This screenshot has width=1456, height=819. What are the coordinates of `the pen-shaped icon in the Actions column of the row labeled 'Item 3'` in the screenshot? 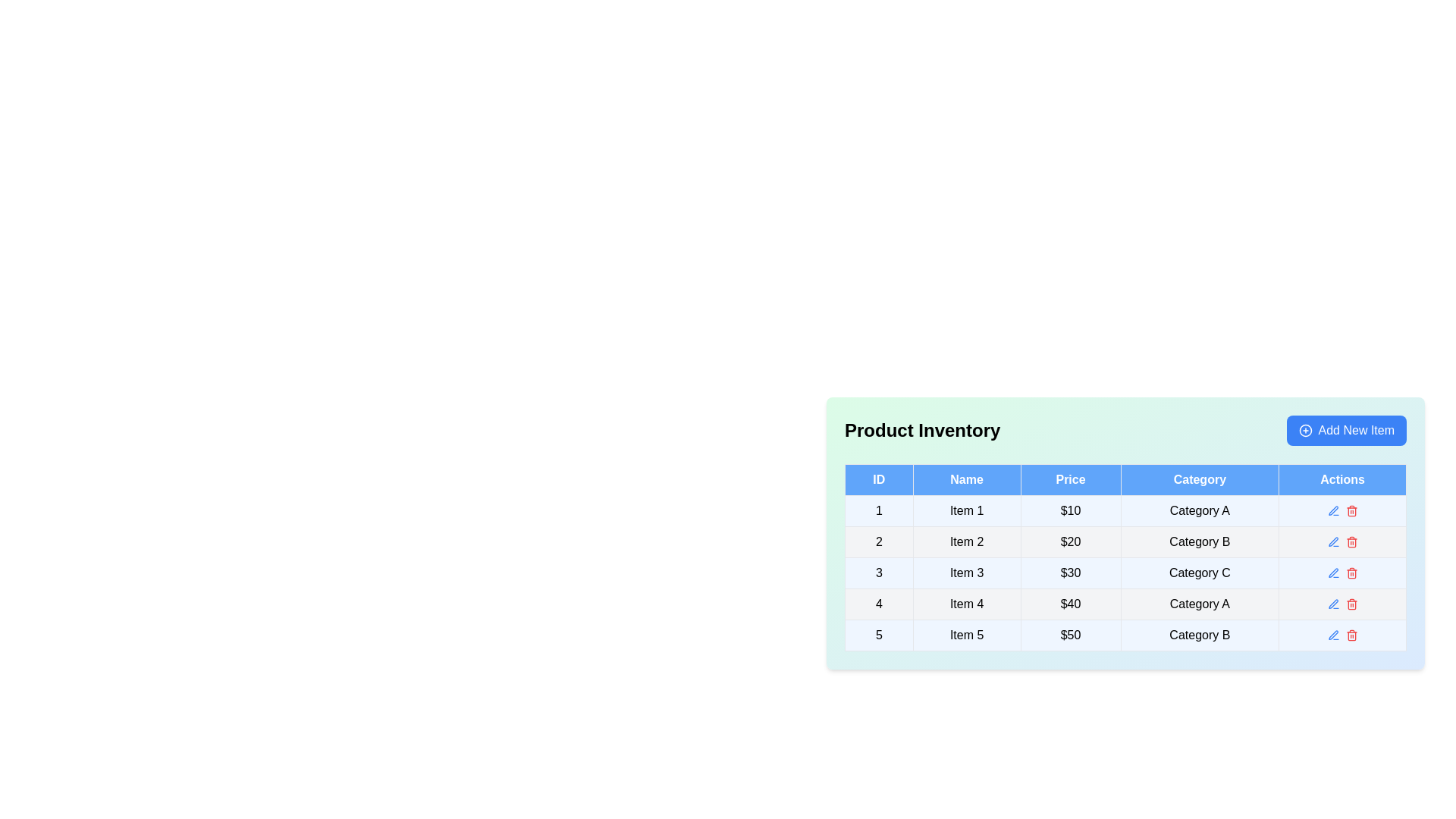 It's located at (1332, 573).